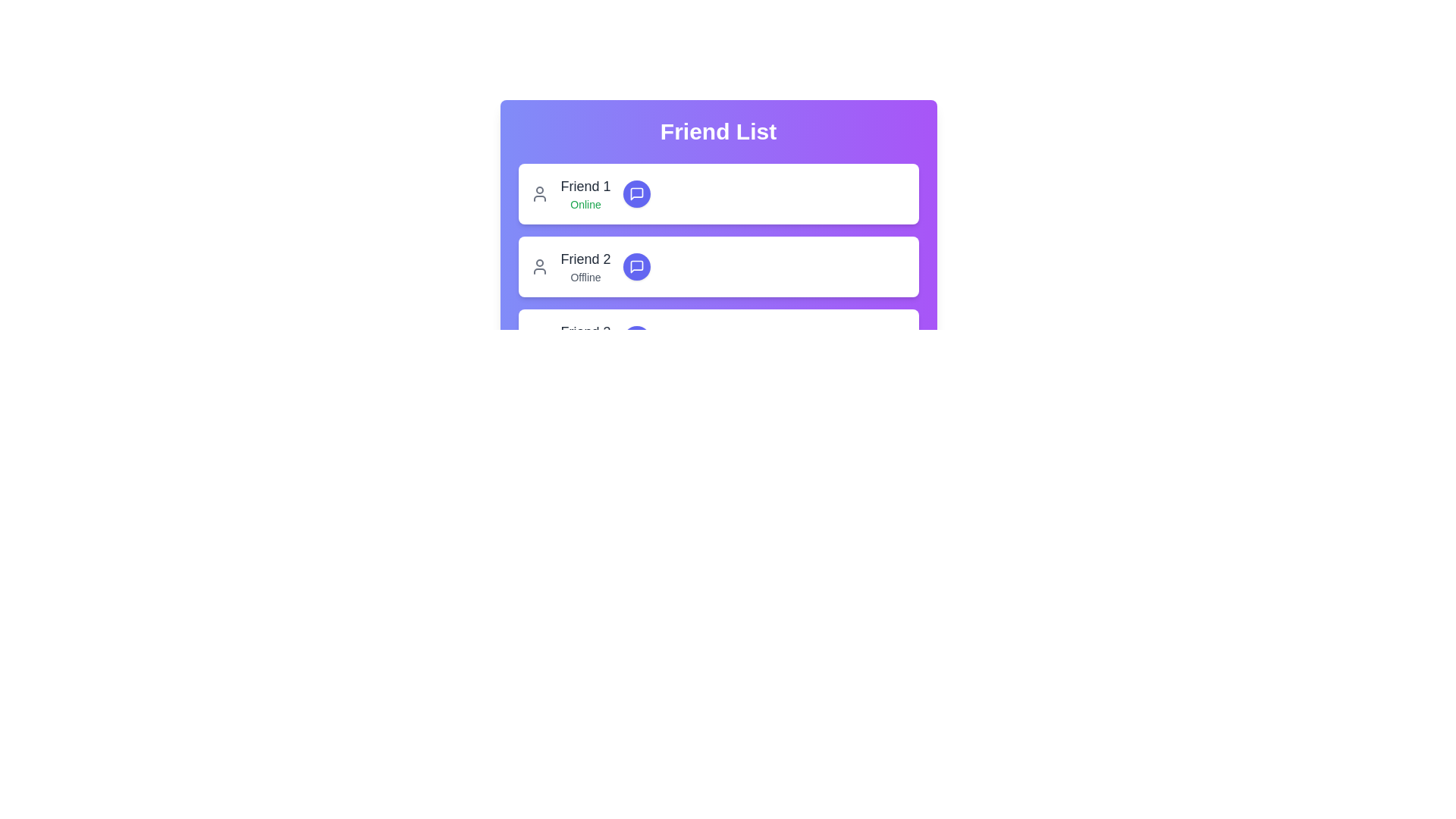 This screenshot has width=1456, height=819. I want to click on the text label displaying the current online status (Offline) of the user associated with 'Friend 2', located beneath the 'Friend 2' text in the user entries list, so click(585, 278).